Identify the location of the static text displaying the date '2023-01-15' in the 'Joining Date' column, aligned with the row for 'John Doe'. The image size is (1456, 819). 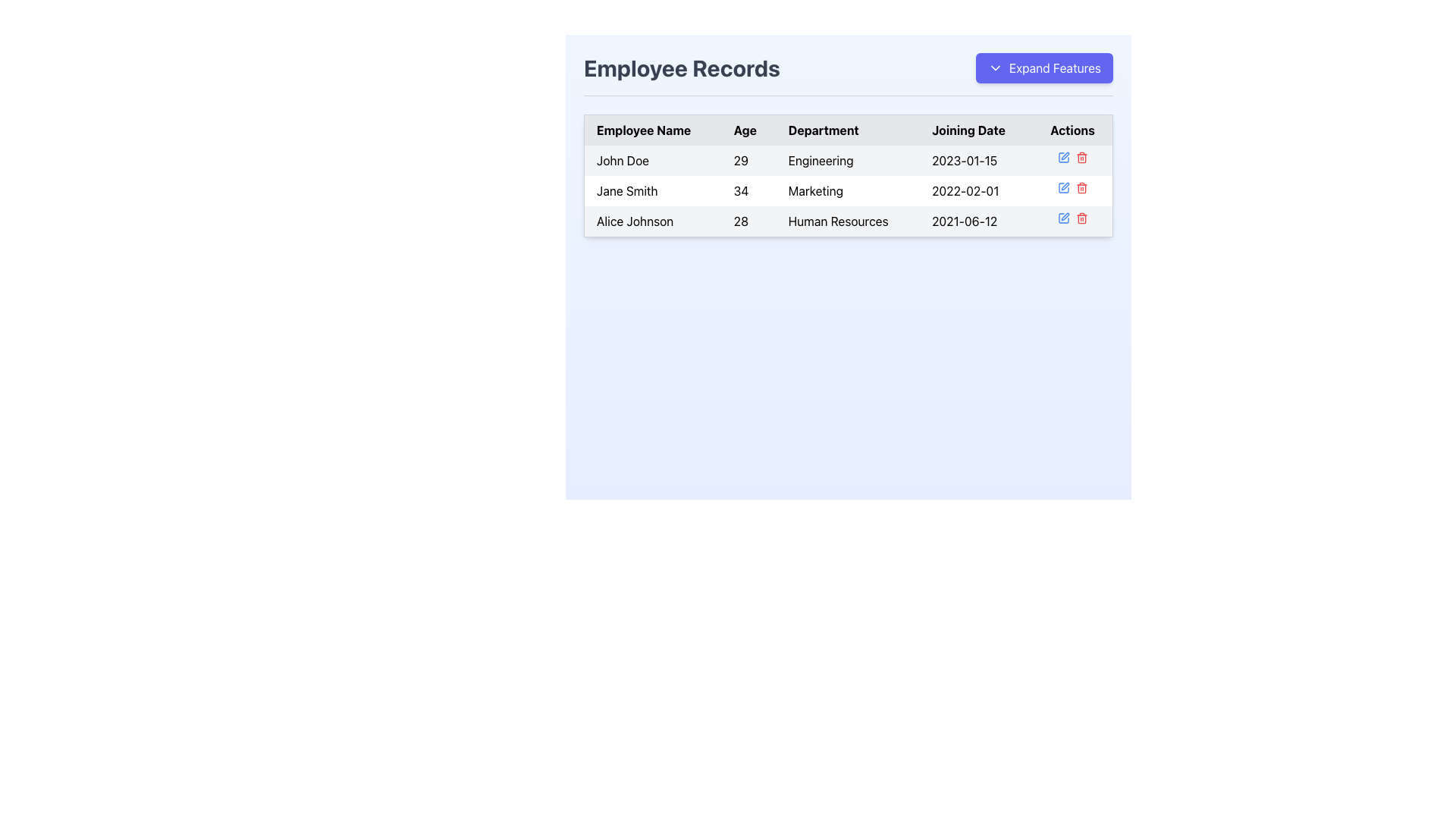
(976, 161).